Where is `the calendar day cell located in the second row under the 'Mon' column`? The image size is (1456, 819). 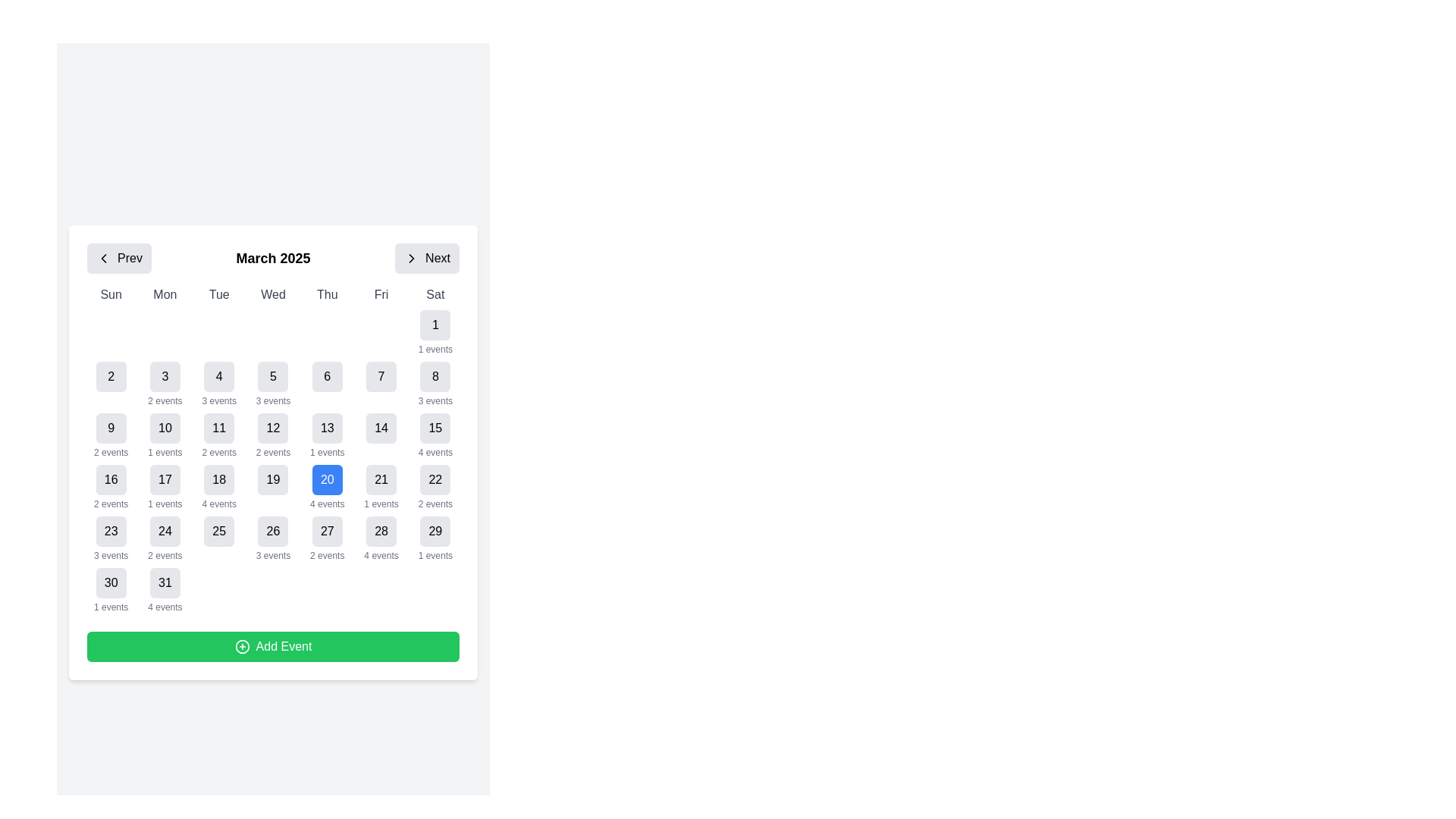
the calendar day cell located in the second row under the 'Mon' column is located at coordinates (165, 383).